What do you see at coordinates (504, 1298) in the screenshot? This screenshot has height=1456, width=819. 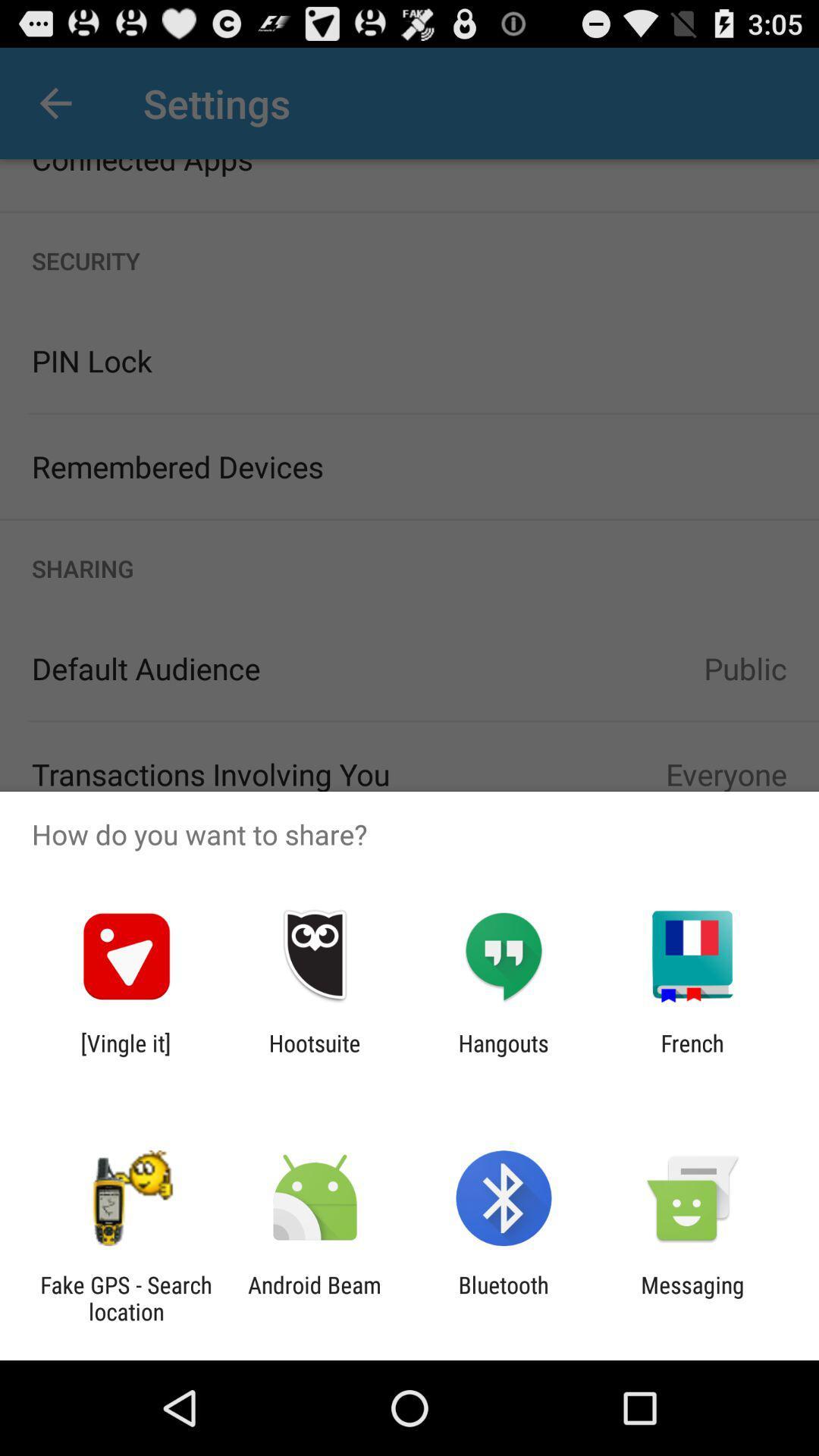 I see `the bluetooth icon` at bounding box center [504, 1298].